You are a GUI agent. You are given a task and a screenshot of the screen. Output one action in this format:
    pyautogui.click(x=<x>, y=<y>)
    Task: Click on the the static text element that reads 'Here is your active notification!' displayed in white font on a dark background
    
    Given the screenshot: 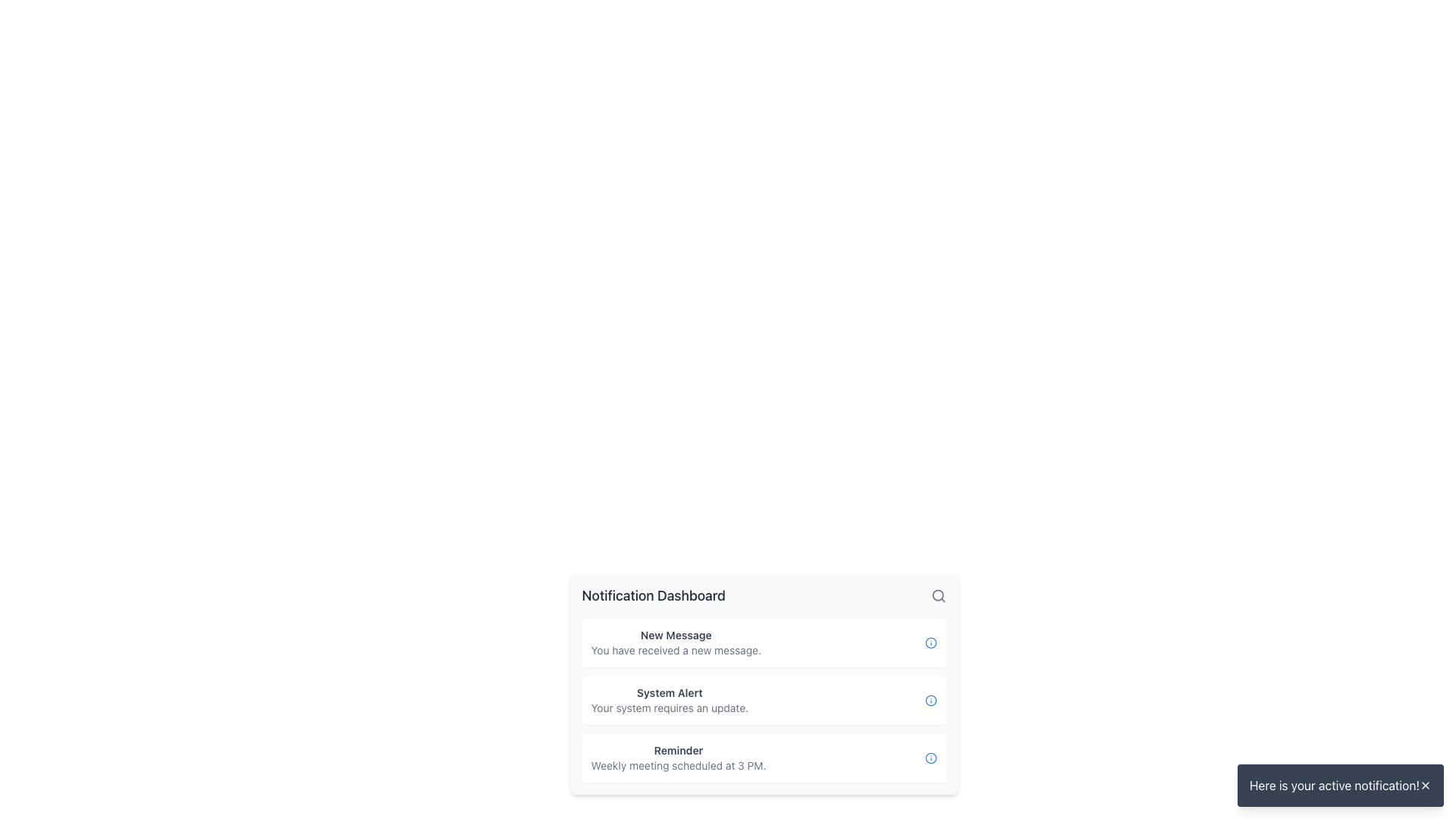 What is the action you would take?
    pyautogui.click(x=1333, y=785)
    